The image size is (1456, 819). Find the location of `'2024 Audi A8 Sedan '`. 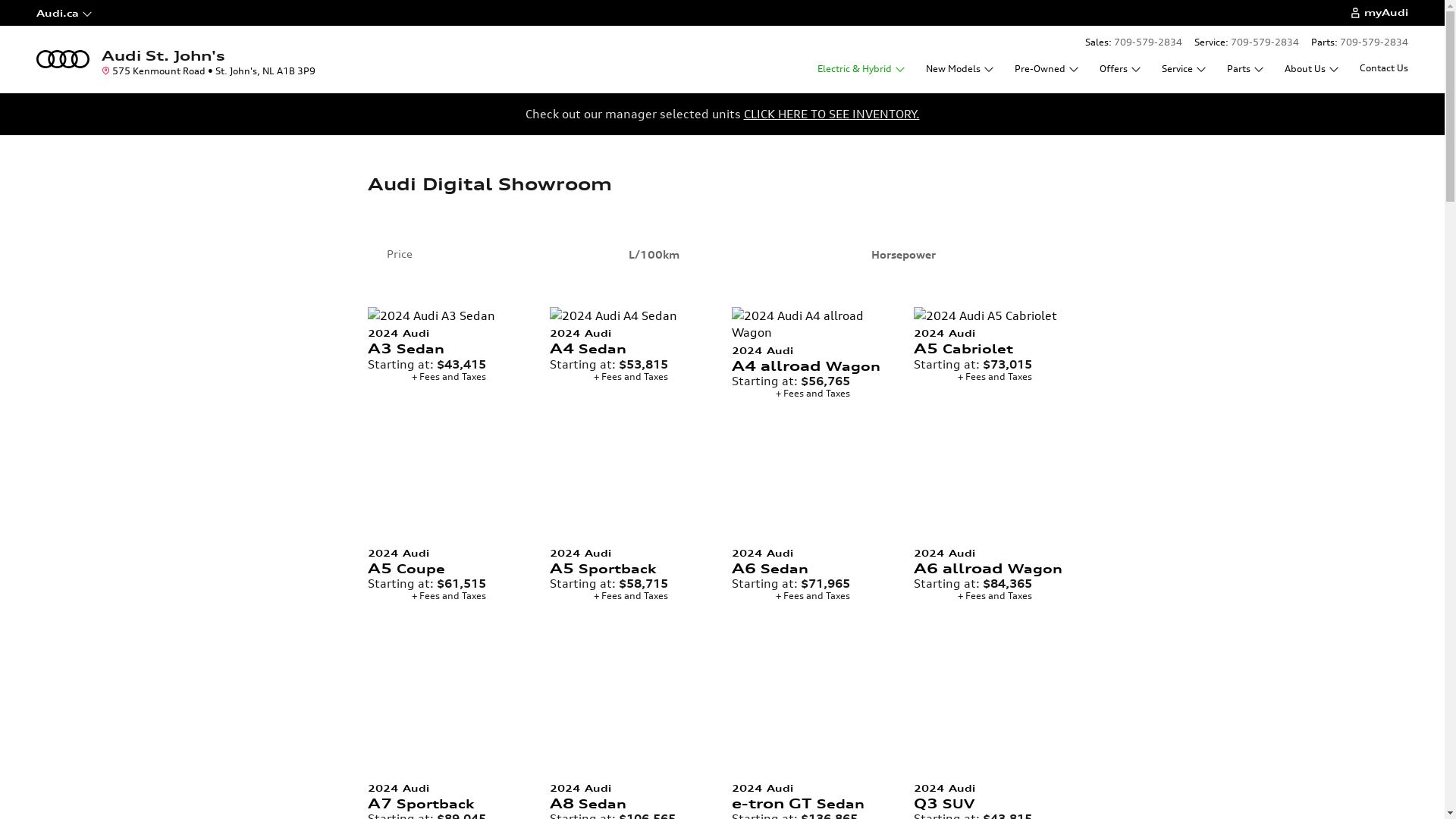

'2024 Audi A8 Sedan ' is located at coordinates (548, 777).